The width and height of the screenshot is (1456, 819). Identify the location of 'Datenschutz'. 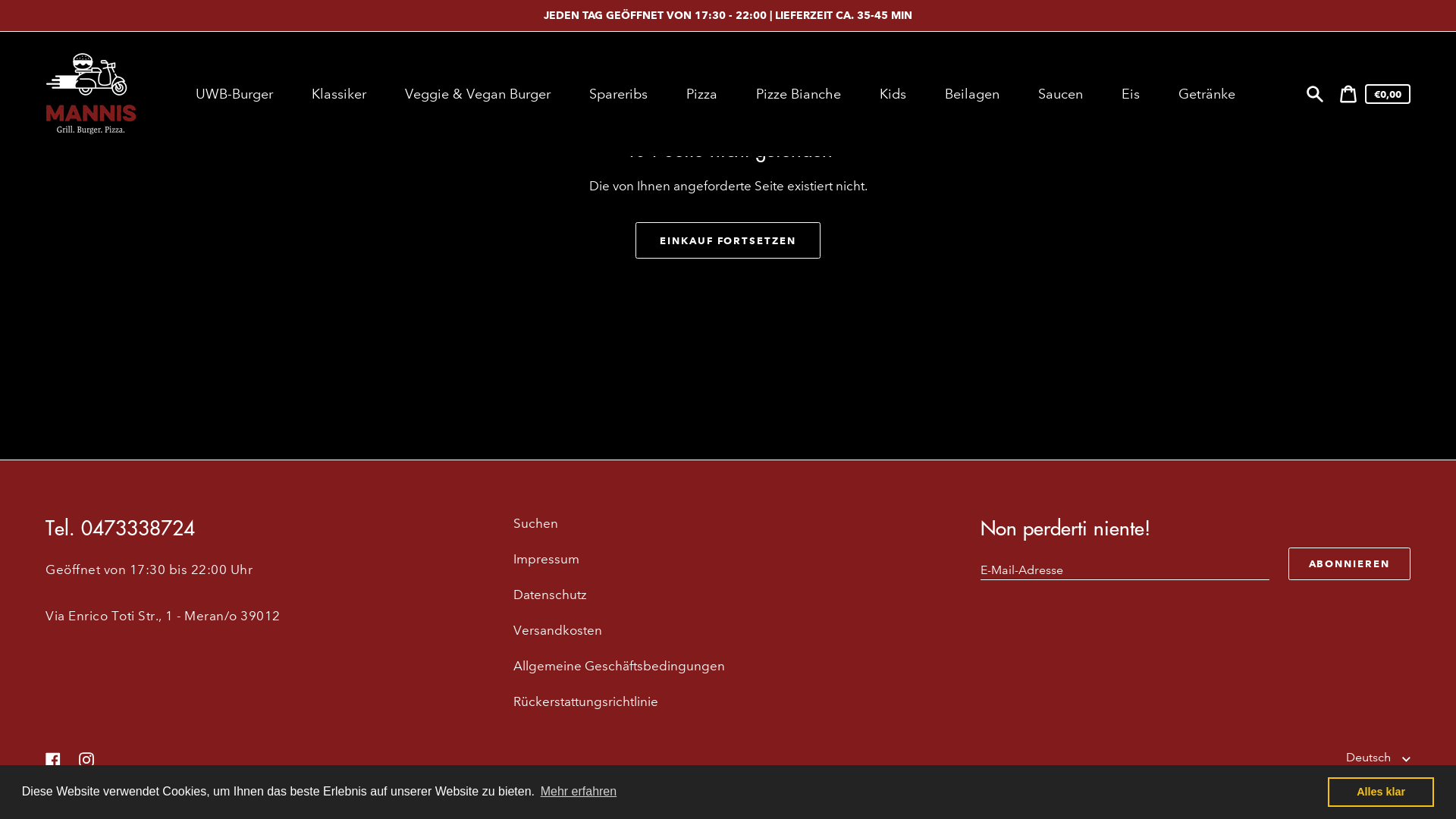
(549, 594).